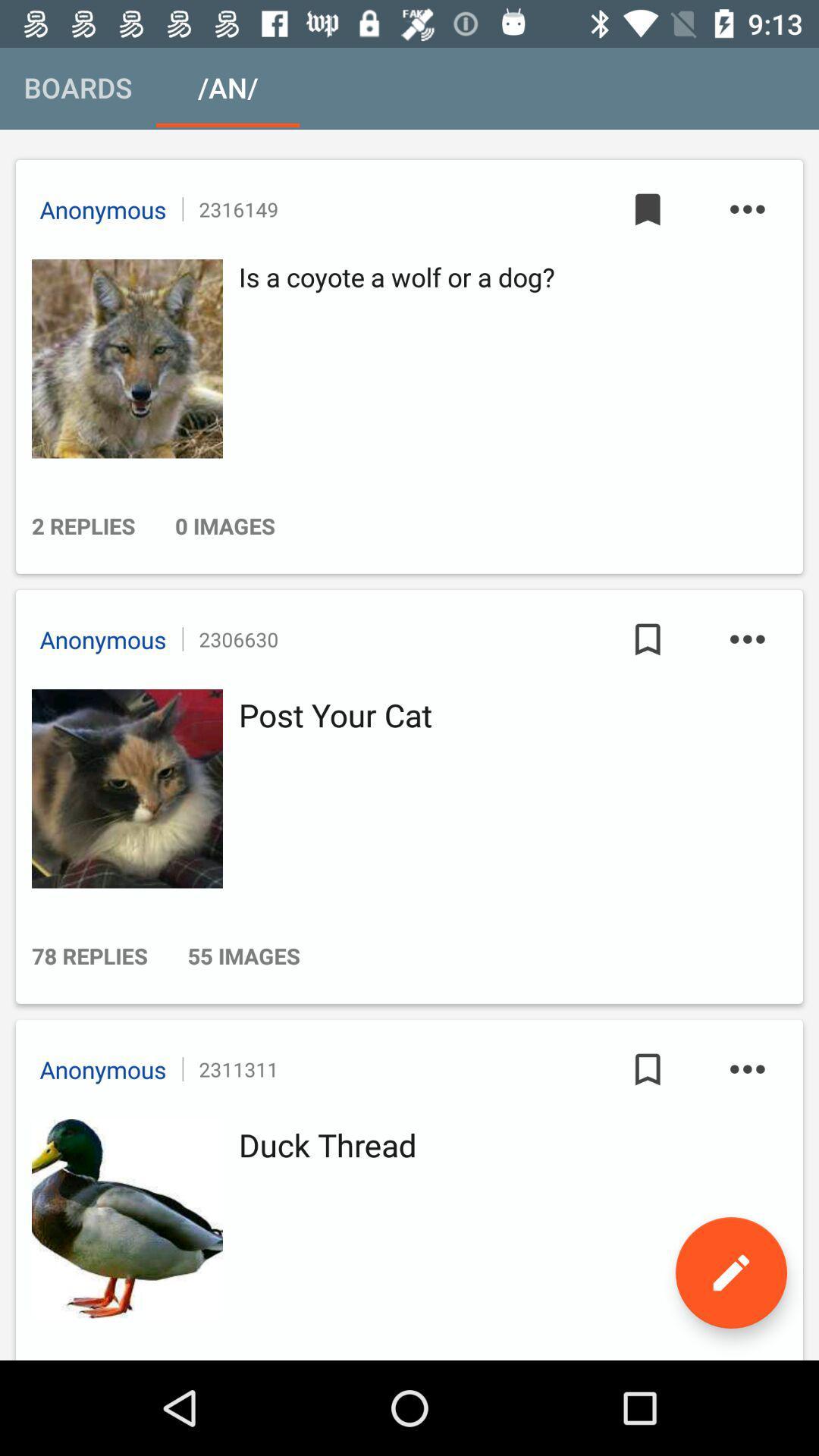  I want to click on write on board, so click(730, 1272).